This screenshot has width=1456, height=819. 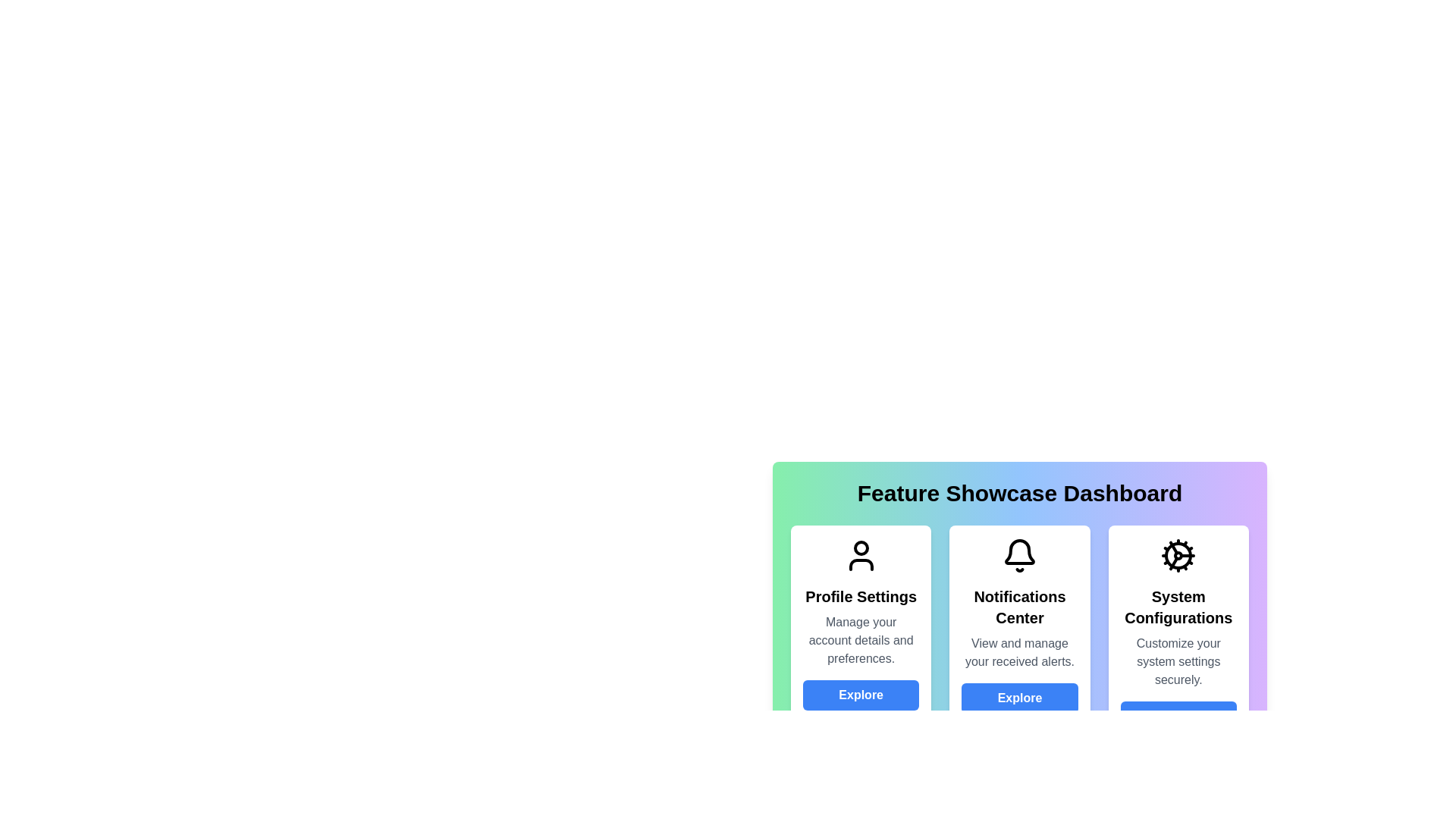 I want to click on the profile settings icon located in the first column of the three-card layout, centered near the top of the card labeled 'Profile Settings', so click(x=861, y=555).